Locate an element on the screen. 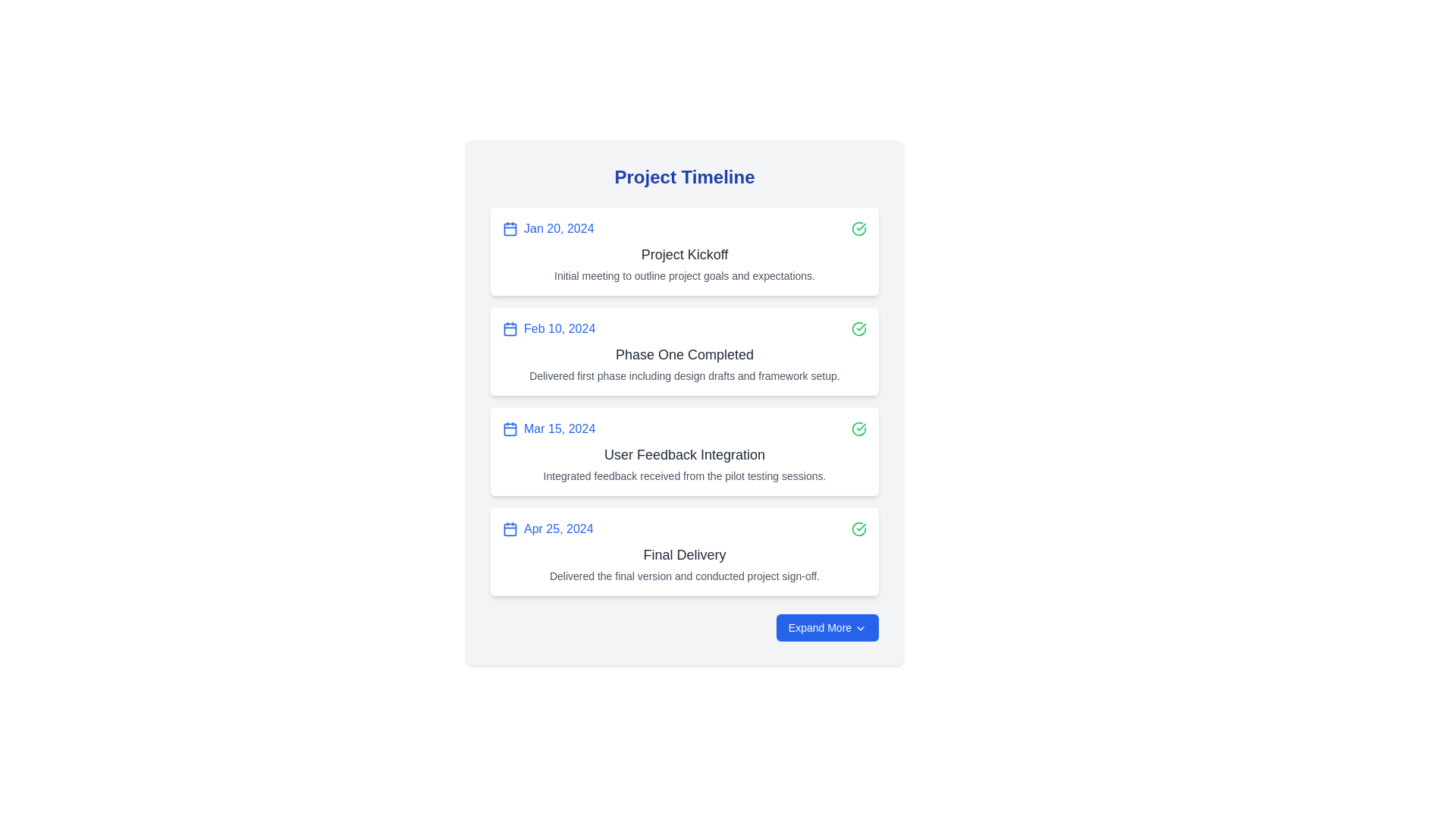 Image resolution: width=1456 pixels, height=819 pixels. text content of the Text label displaying 'Jan 20, 2024', which is styled in medium font weight and blue color, positioned next to the calendar icon in the timeline layout is located at coordinates (558, 228).